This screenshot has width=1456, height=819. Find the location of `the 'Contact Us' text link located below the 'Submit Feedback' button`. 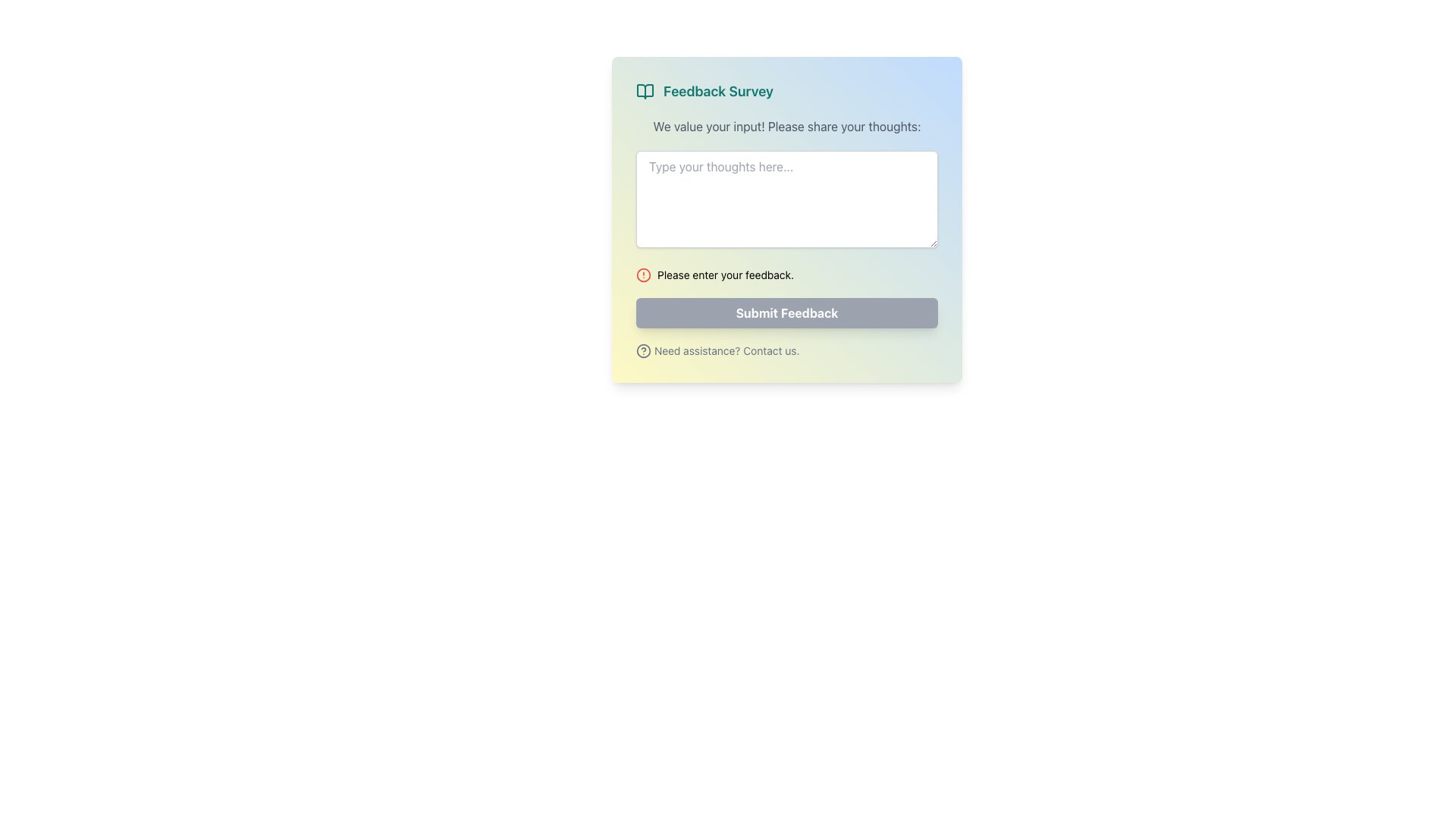

the 'Contact Us' text link located below the 'Submit Feedback' button is located at coordinates (786, 350).